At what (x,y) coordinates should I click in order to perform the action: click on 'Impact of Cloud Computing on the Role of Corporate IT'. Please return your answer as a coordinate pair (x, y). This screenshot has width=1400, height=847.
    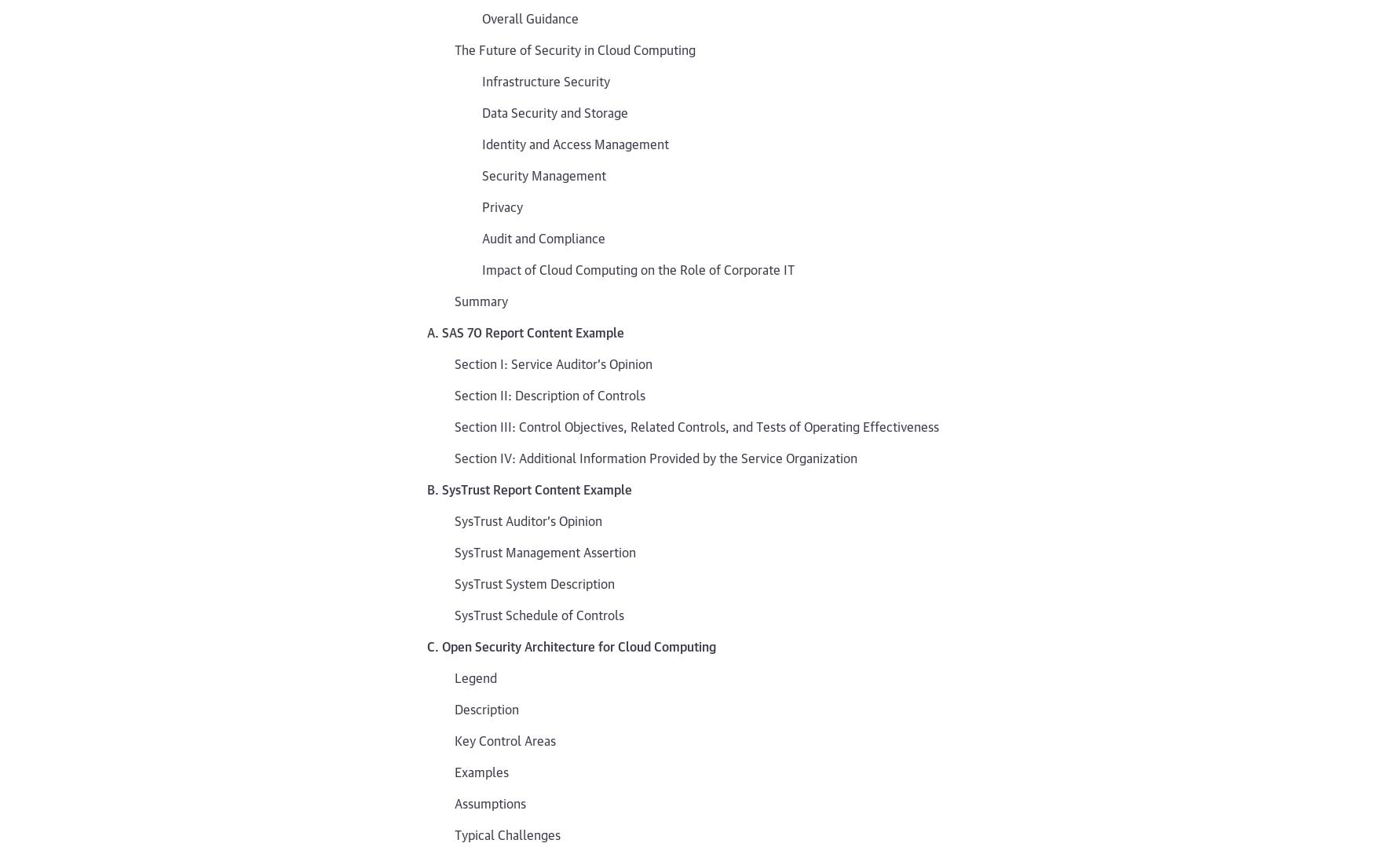
    Looking at the image, I should click on (638, 268).